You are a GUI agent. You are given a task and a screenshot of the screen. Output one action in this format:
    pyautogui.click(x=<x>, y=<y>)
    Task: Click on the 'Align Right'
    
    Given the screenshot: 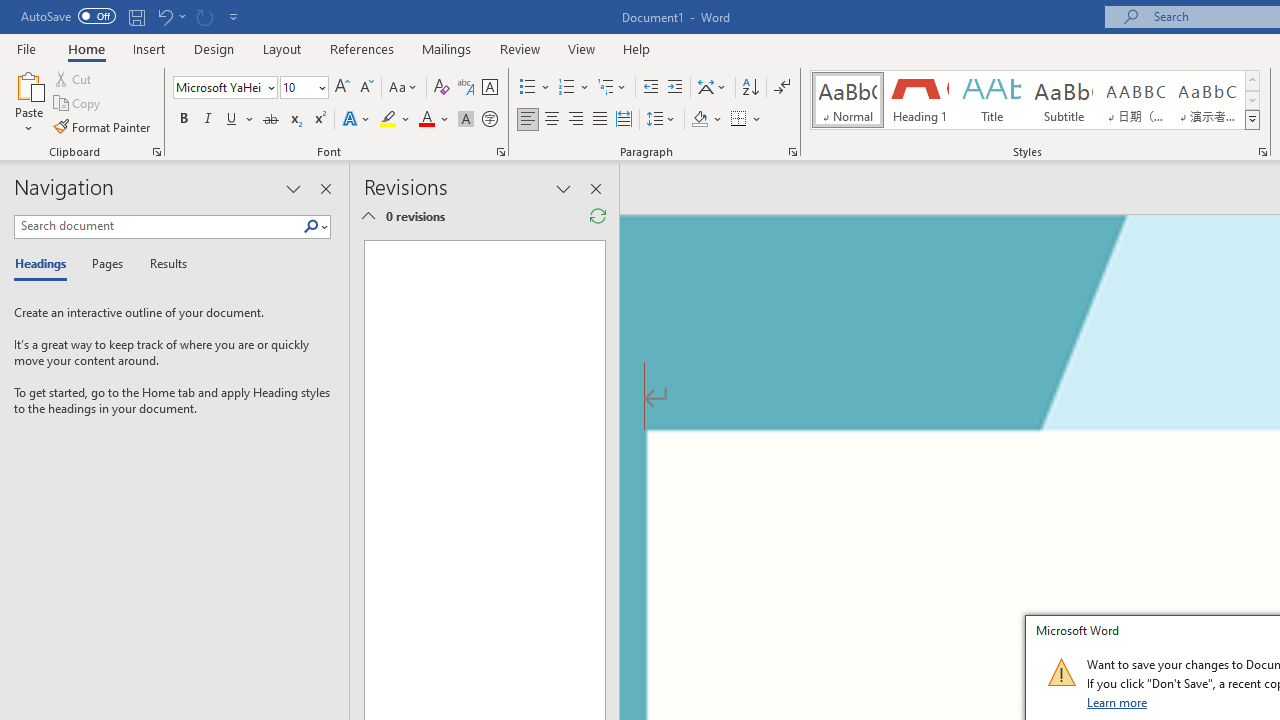 What is the action you would take?
    pyautogui.click(x=575, y=119)
    